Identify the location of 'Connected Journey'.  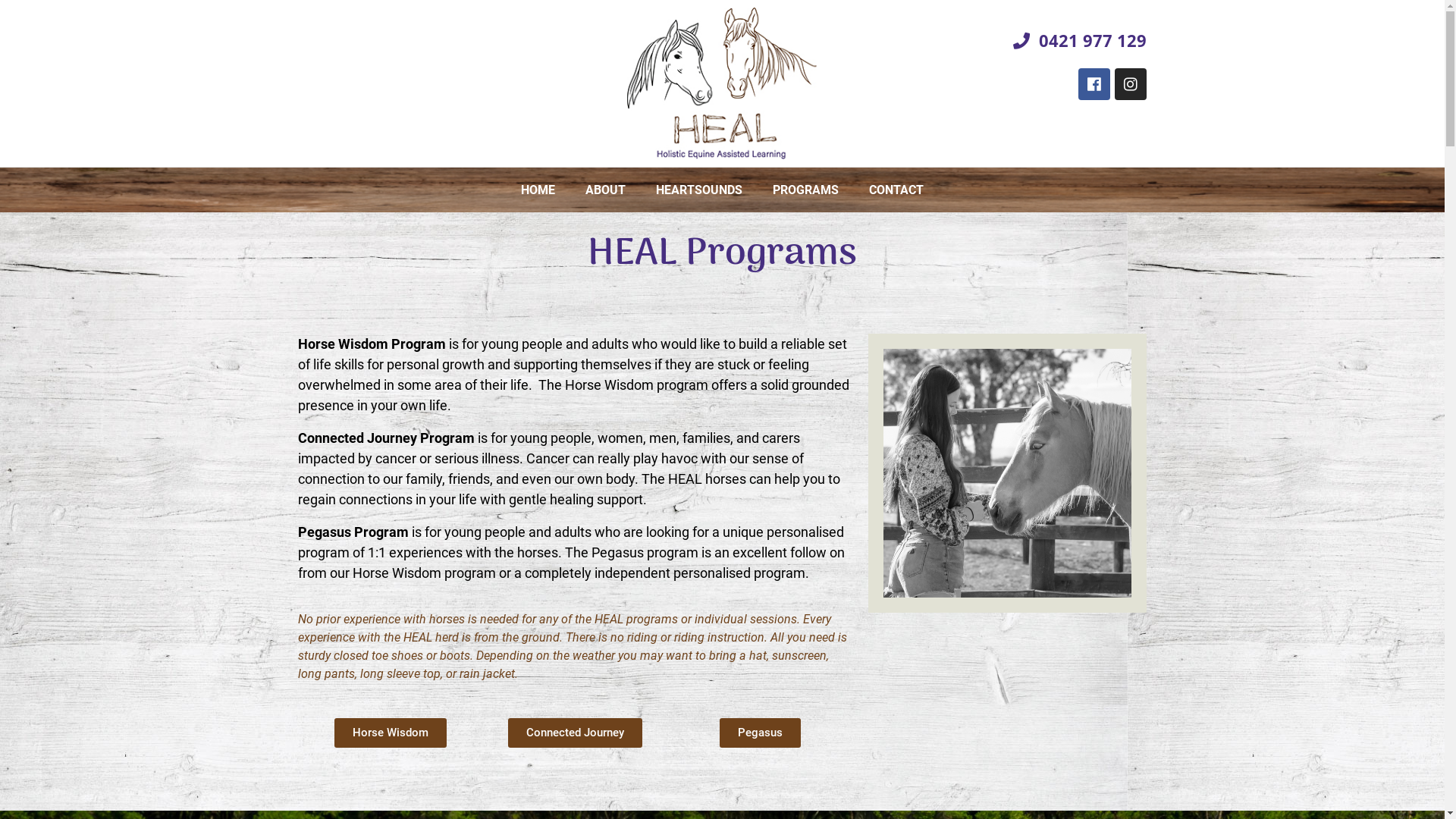
(574, 732).